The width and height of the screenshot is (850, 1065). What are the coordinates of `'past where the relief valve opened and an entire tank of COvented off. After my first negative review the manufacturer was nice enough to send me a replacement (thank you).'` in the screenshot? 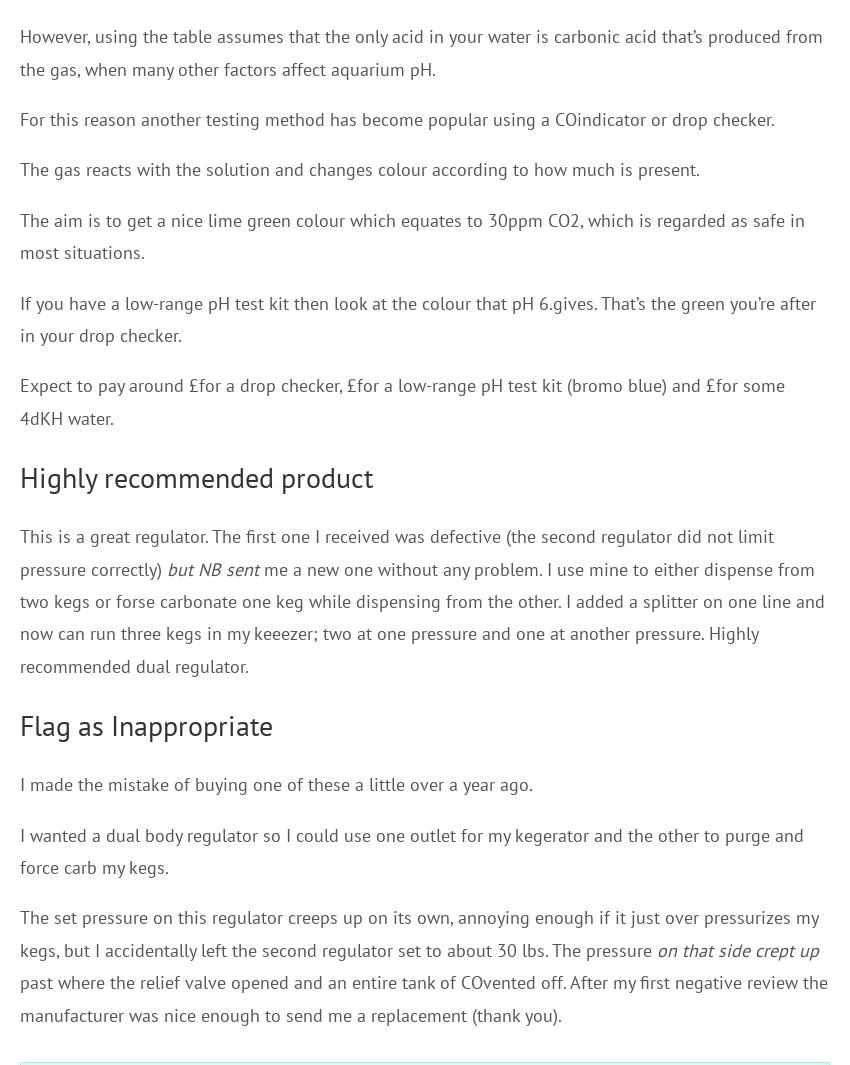 It's located at (423, 998).